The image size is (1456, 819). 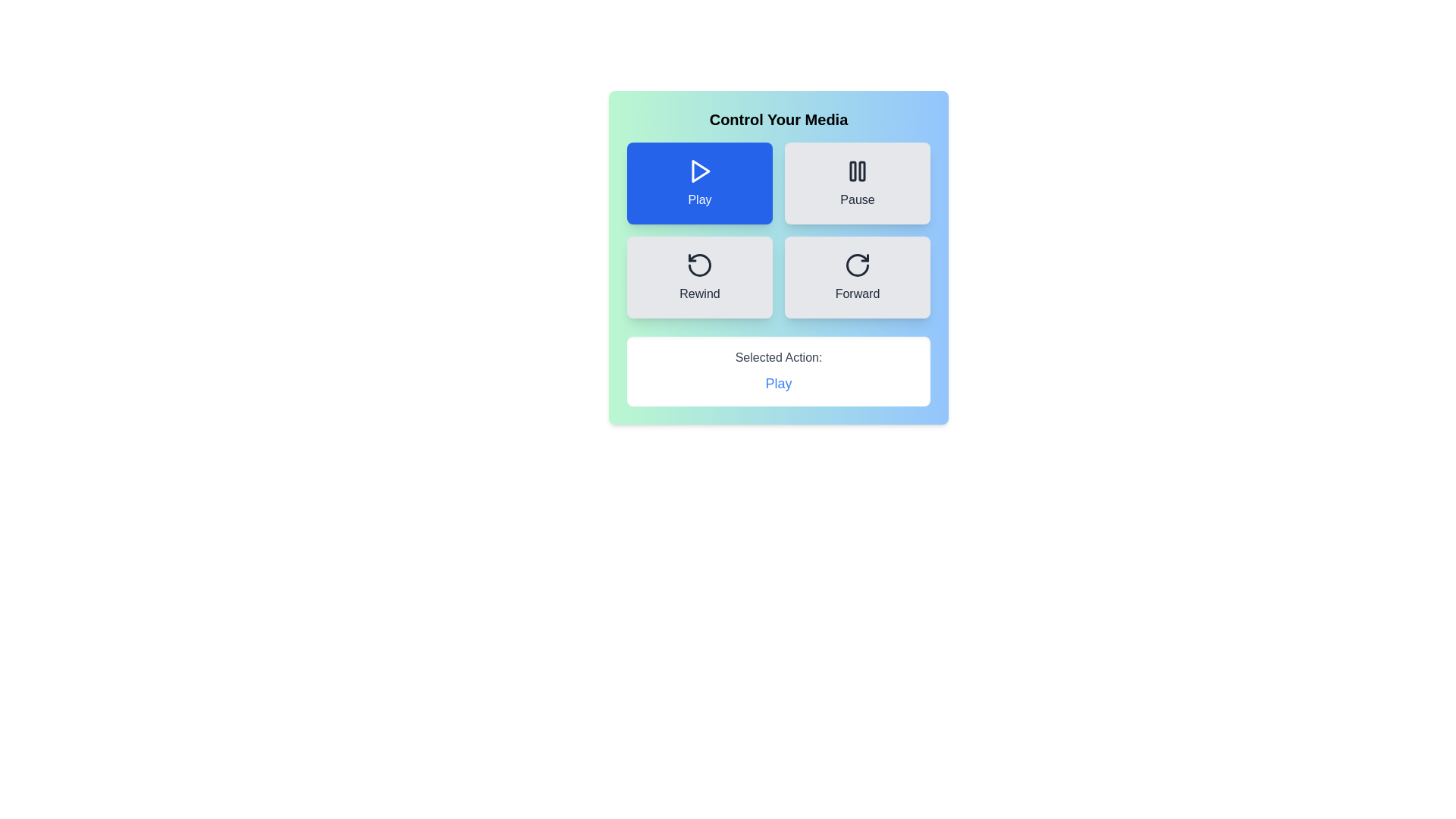 I want to click on the Pause button to select the corresponding action, so click(x=858, y=183).